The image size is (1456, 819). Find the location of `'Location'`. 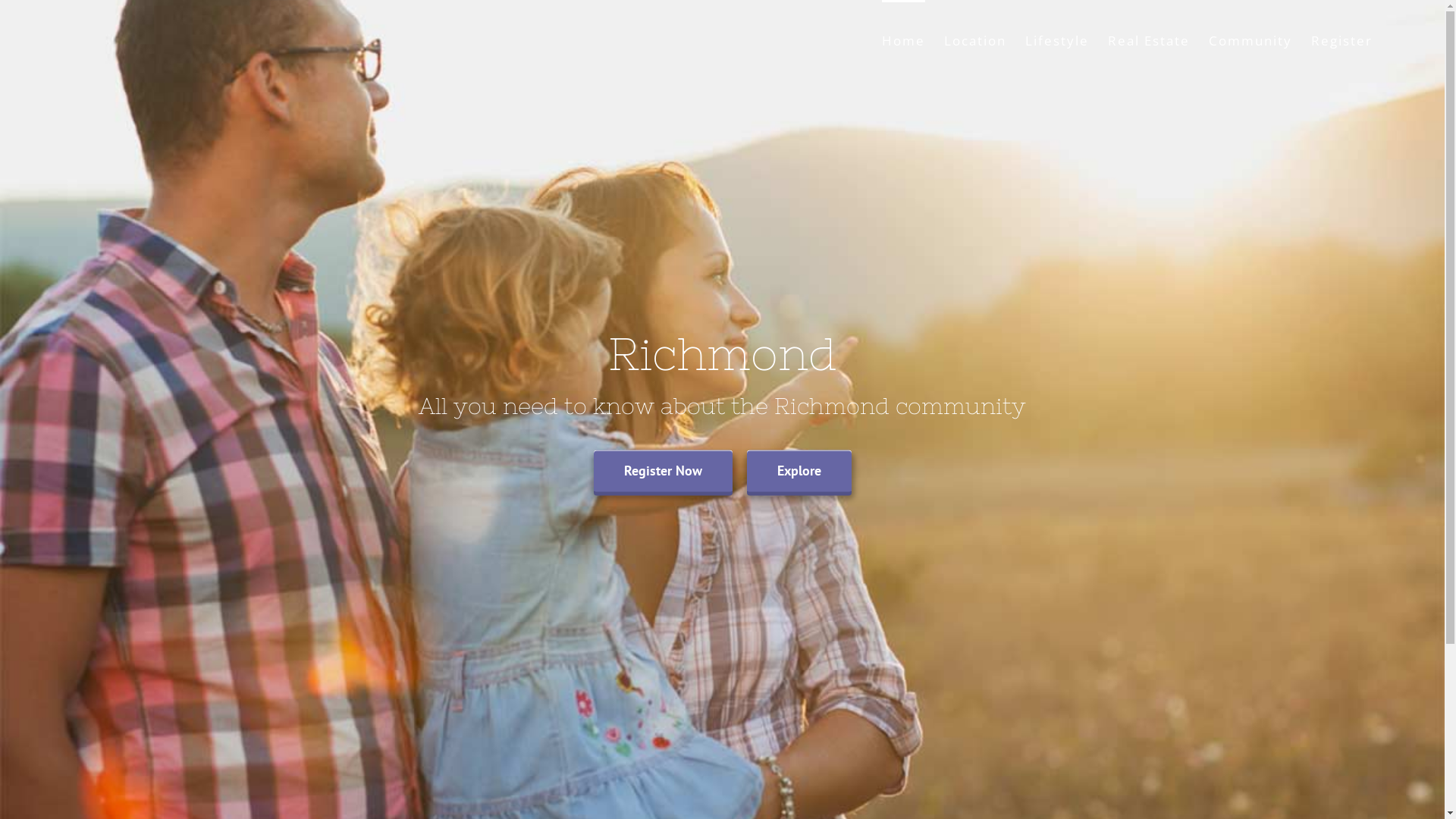

'Location' is located at coordinates (943, 38).